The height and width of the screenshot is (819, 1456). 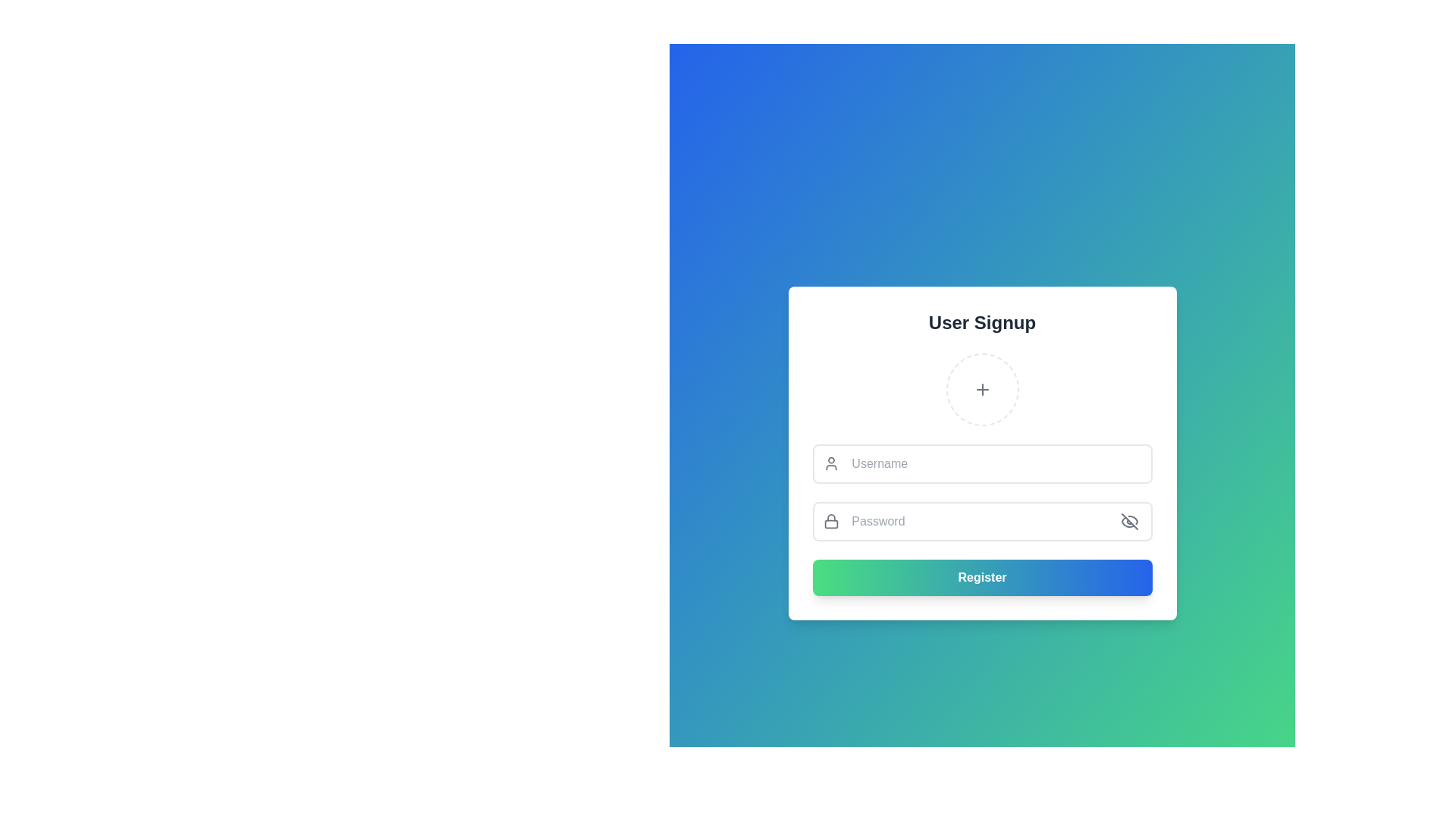 What do you see at coordinates (982, 388) in the screenshot?
I see `the circular dashed outline image upload placeholder with a plus symbol, located beneath the 'User Signup' heading` at bounding box center [982, 388].